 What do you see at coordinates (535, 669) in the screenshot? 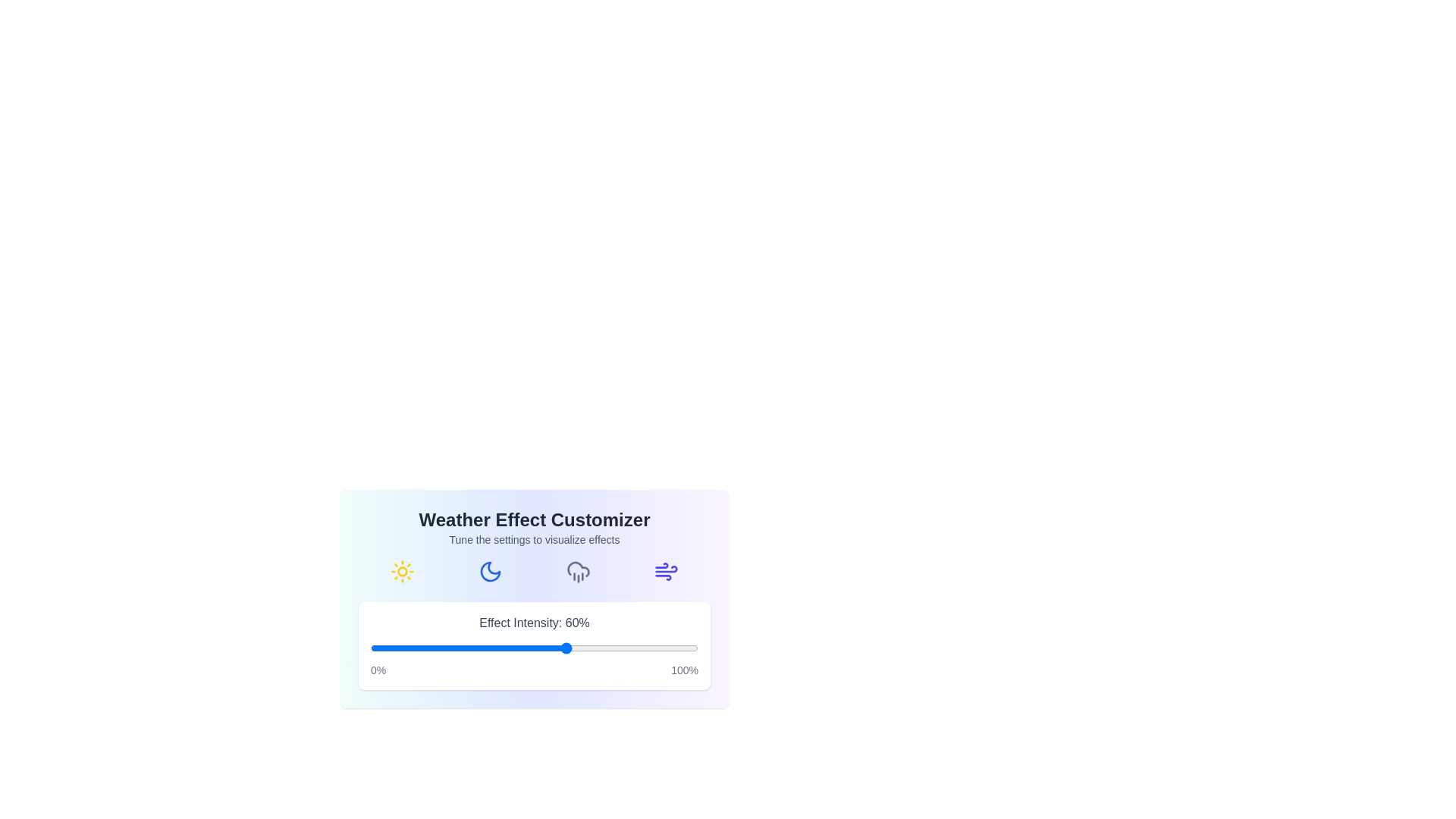
I see `the text label displaying '0%' and '100%' at the bottom of the effect intensity slider, which is styled with light gray color and small font size` at bounding box center [535, 669].